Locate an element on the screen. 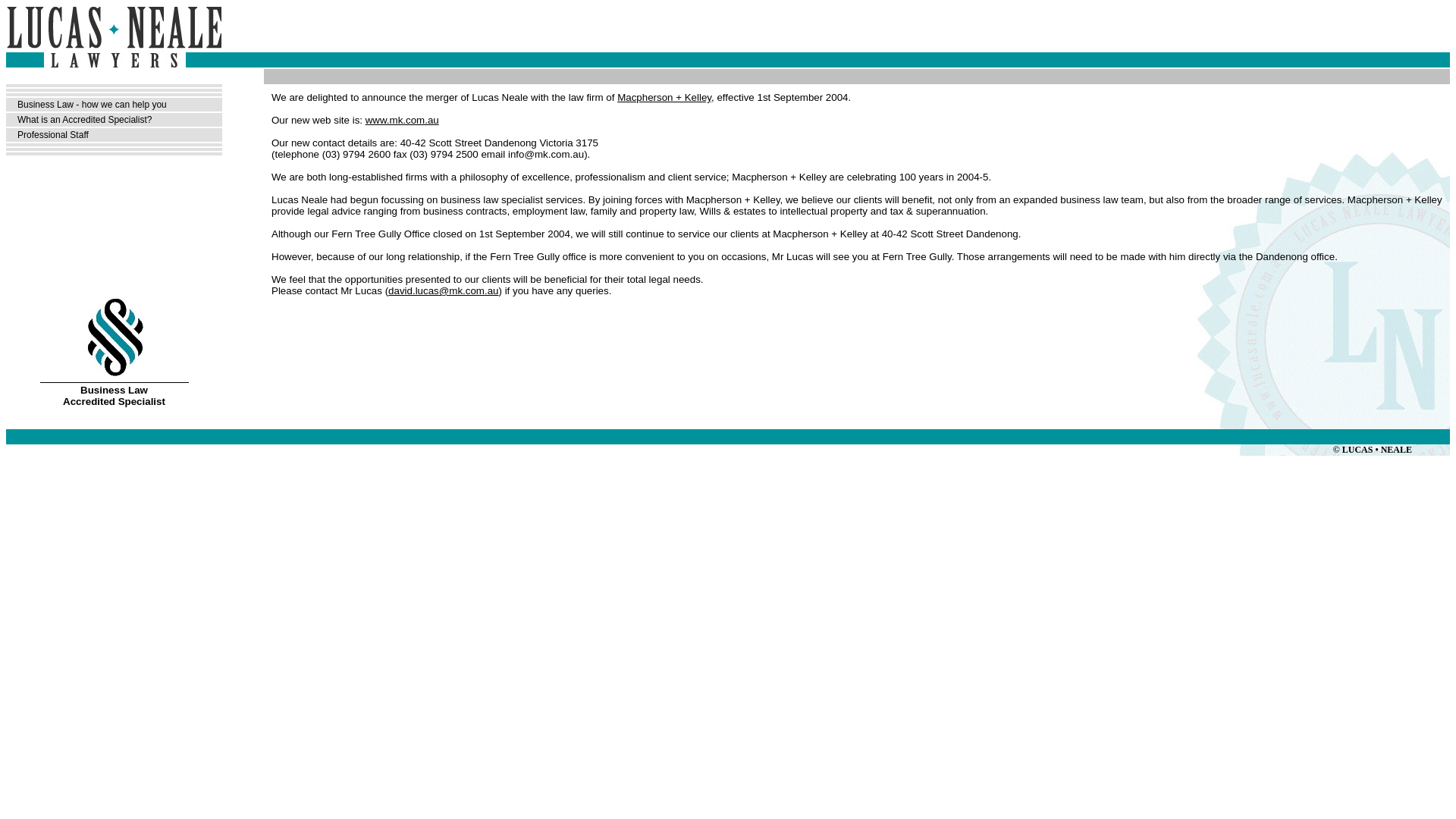 The image size is (1456, 819). 'Professional Staff' is located at coordinates (53, 133).